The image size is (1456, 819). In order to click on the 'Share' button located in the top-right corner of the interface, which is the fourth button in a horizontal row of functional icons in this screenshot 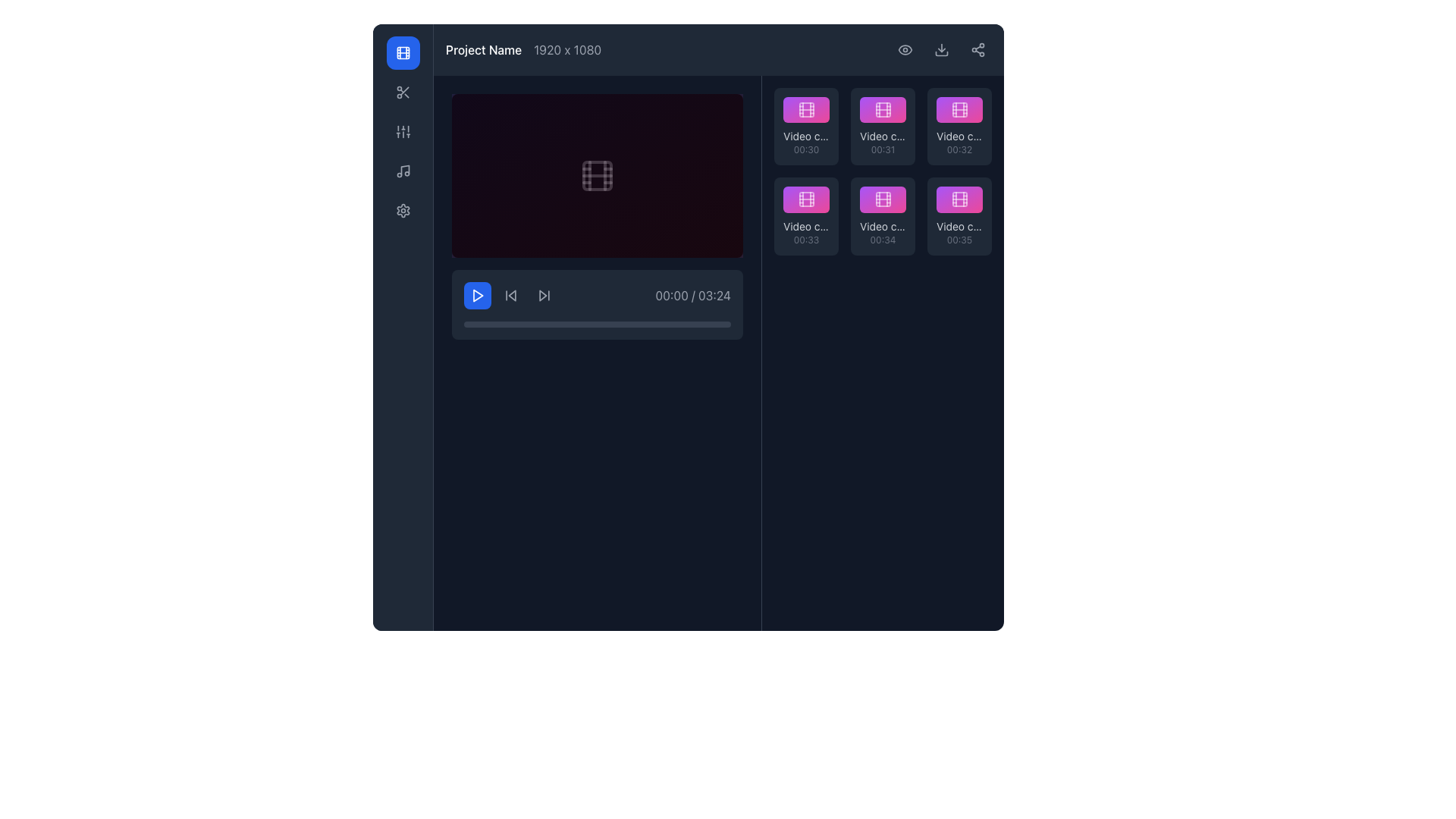, I will do `click(978, 49)`.